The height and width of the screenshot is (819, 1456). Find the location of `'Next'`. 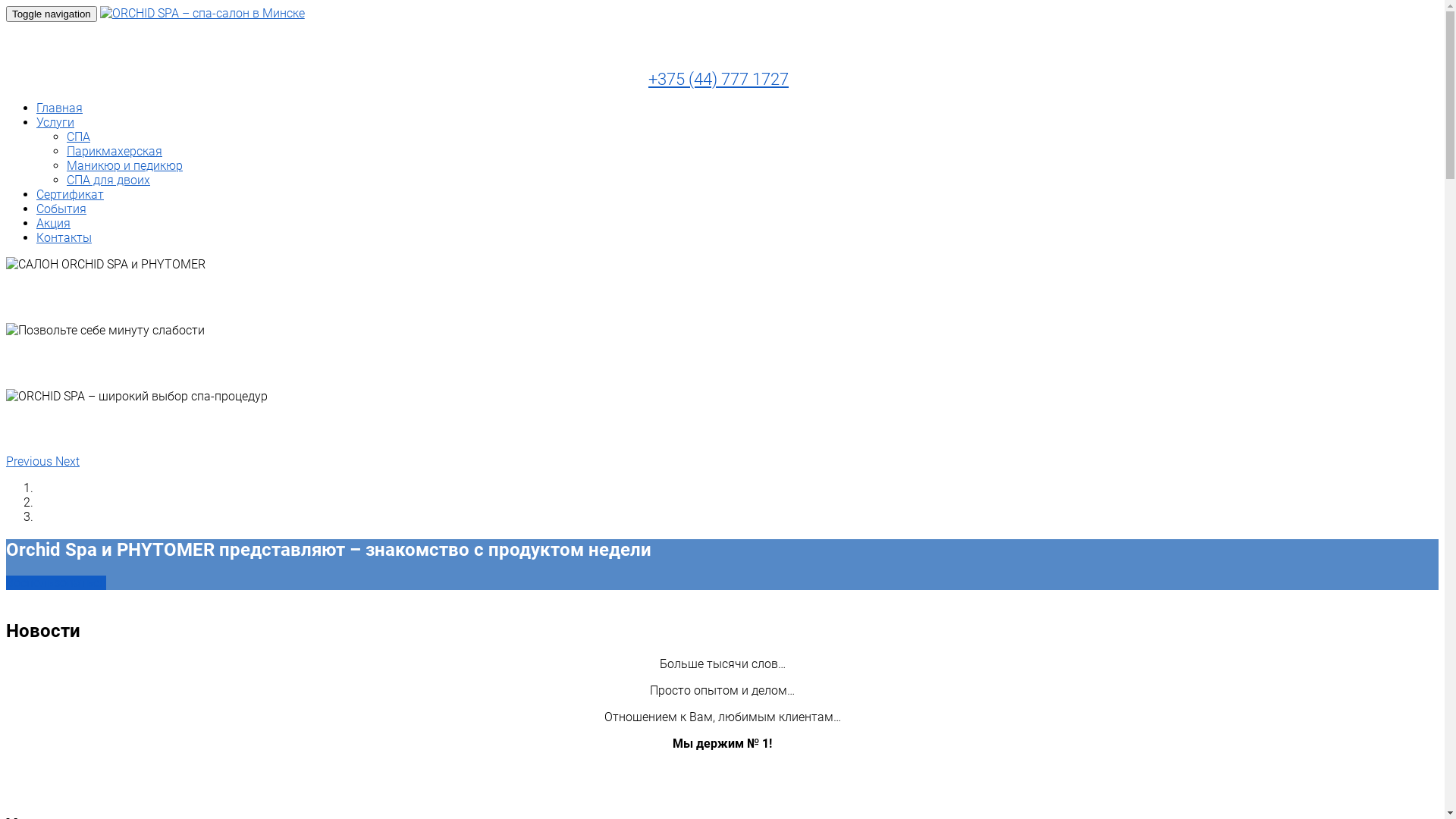

'Next' is located at coordinates (67, 460).